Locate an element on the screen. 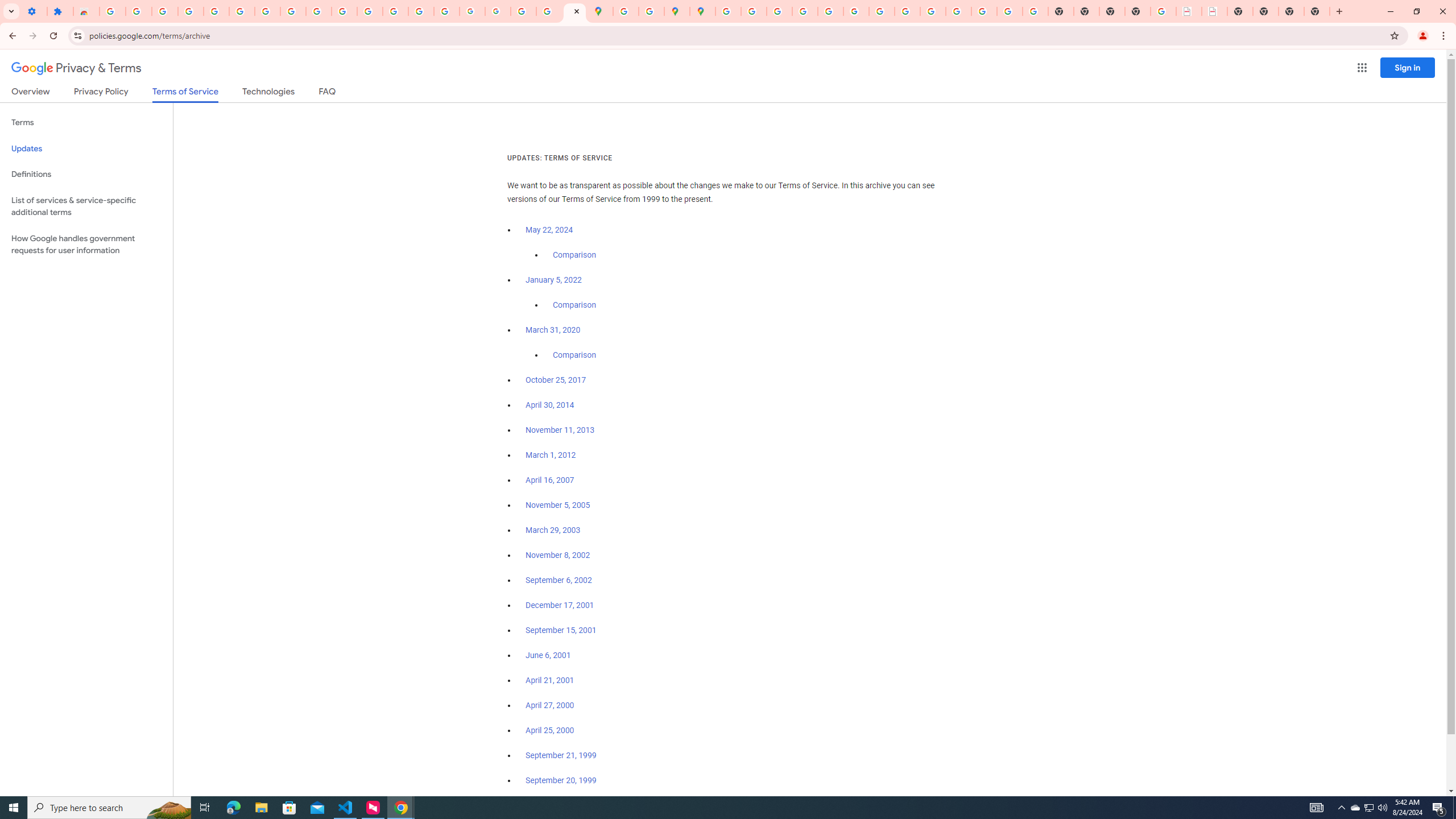 This screenshot has height=819, width=1456. 'September 20, 1999' is located at coordinates (561, 780).